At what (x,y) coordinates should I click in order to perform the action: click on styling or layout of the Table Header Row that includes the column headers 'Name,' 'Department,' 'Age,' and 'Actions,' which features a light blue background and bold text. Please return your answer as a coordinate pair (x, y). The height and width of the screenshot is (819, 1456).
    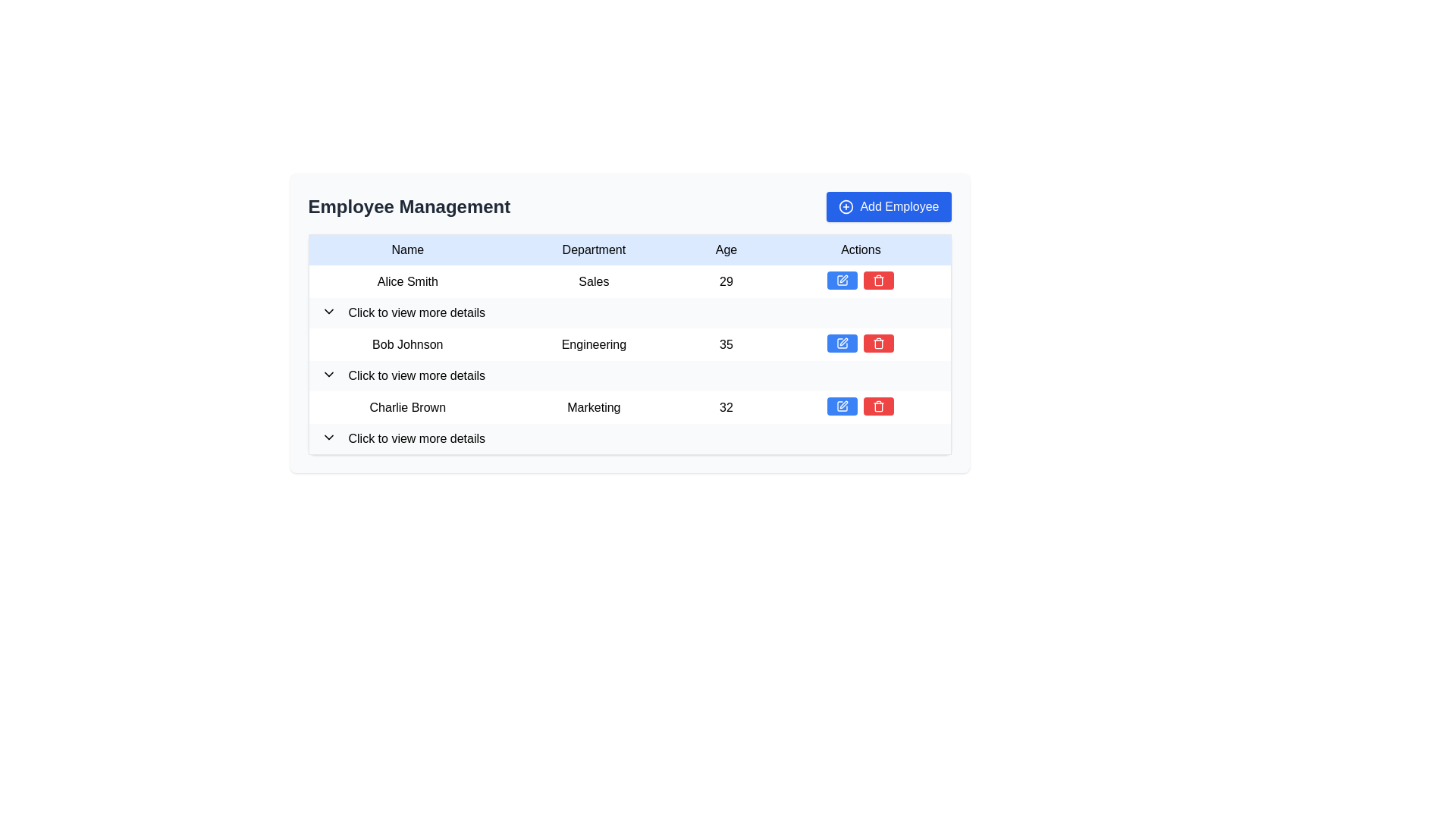
    Looking at the image, I should click on (629, 249).